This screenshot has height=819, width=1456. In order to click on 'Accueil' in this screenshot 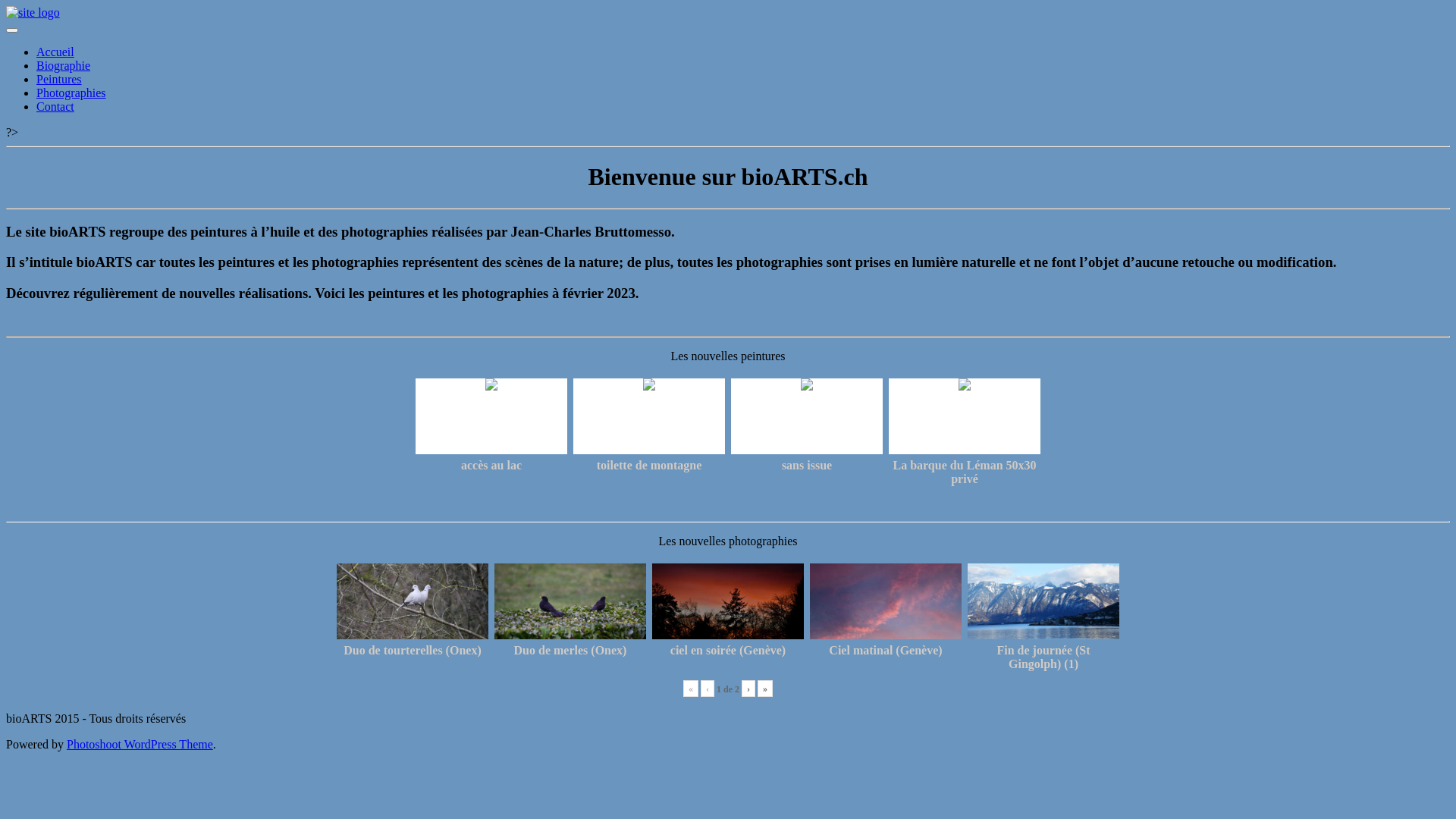, I will do `click(55, 51)`.